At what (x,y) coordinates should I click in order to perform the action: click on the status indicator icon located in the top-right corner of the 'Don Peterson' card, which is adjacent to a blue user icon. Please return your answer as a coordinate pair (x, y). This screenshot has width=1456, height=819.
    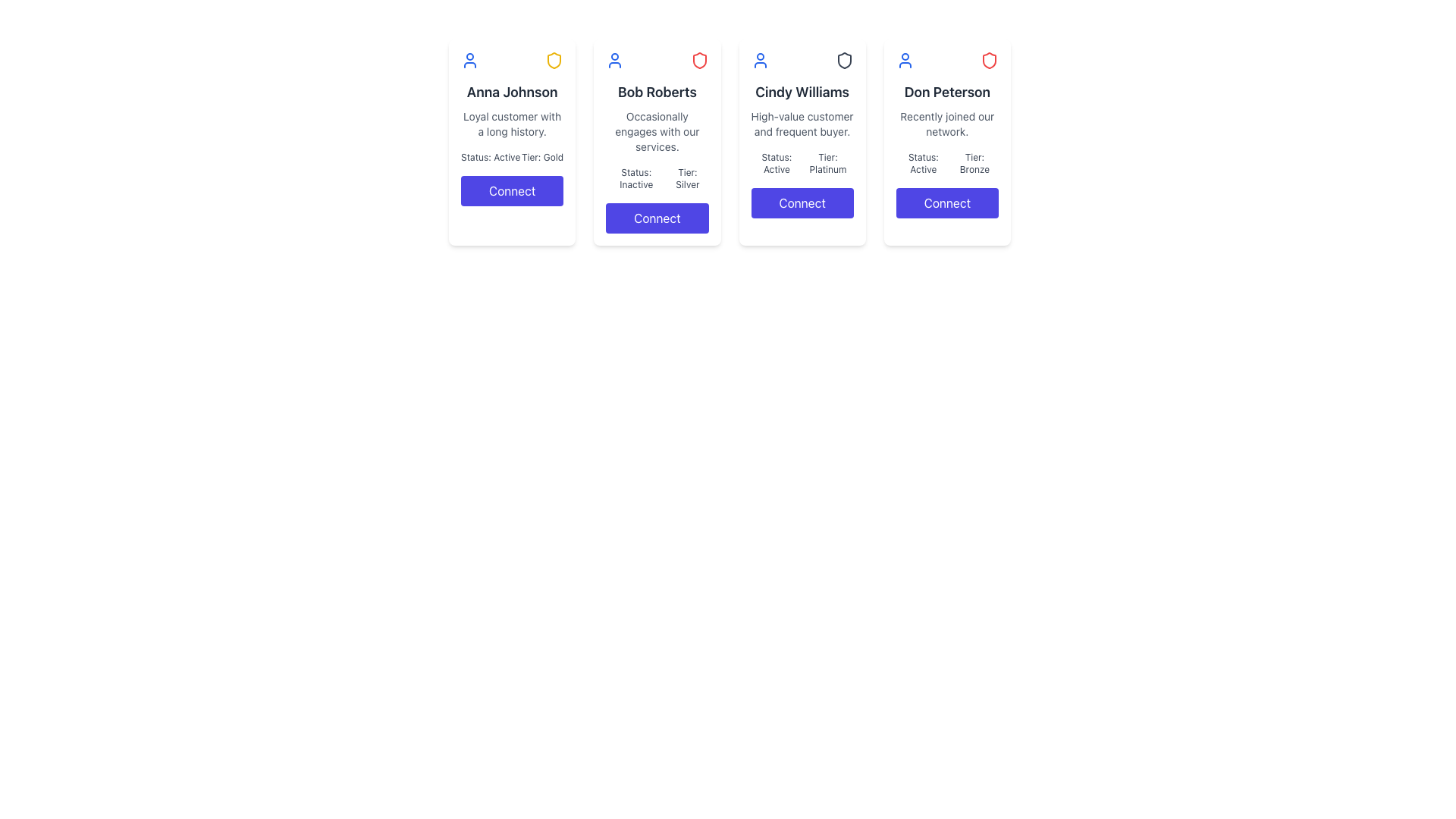
    Looking at the image, I should click on (990, 60).